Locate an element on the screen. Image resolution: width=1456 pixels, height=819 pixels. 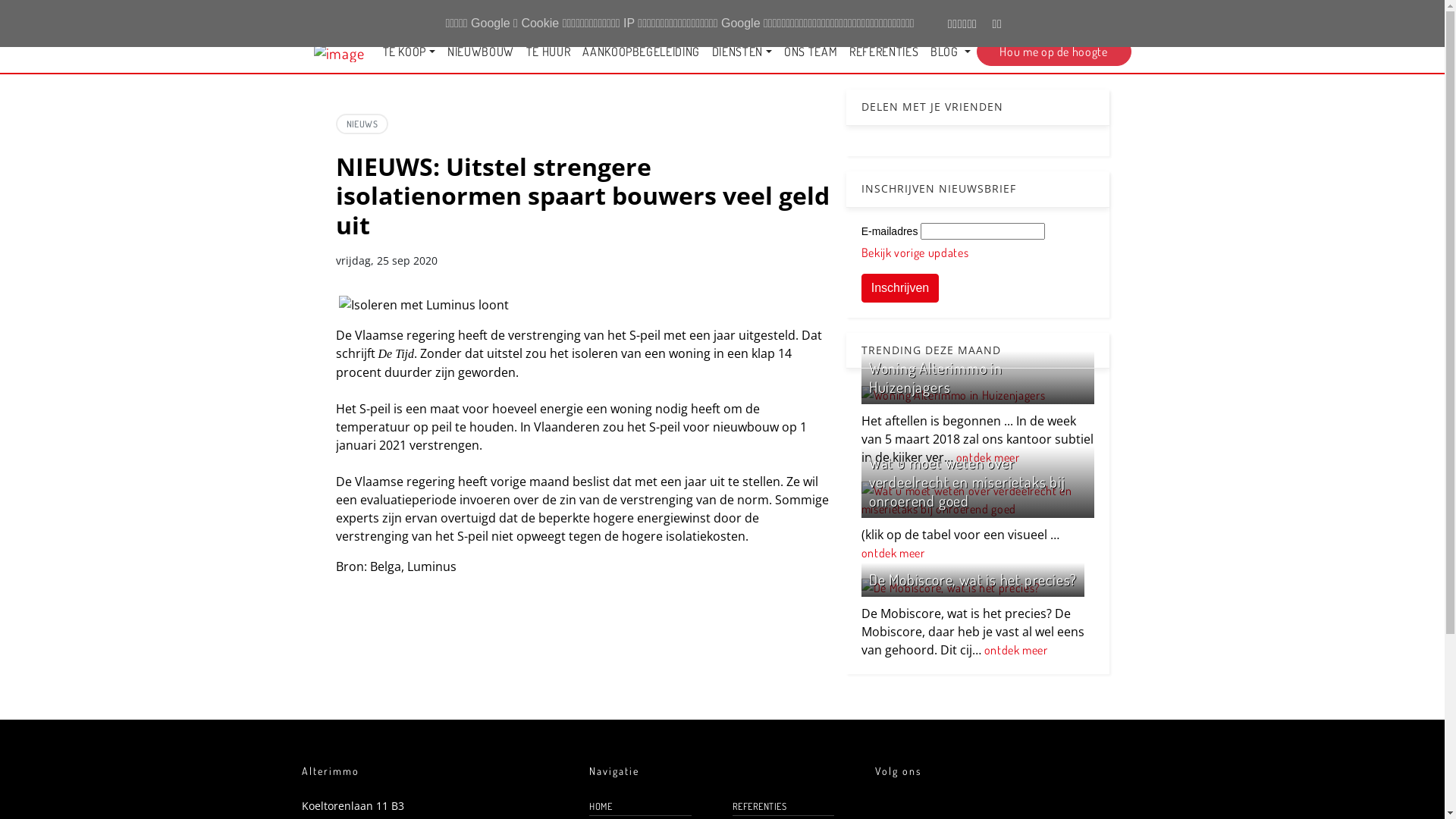
'Bekijk vorige updates' is located at coordinates (914, 251).